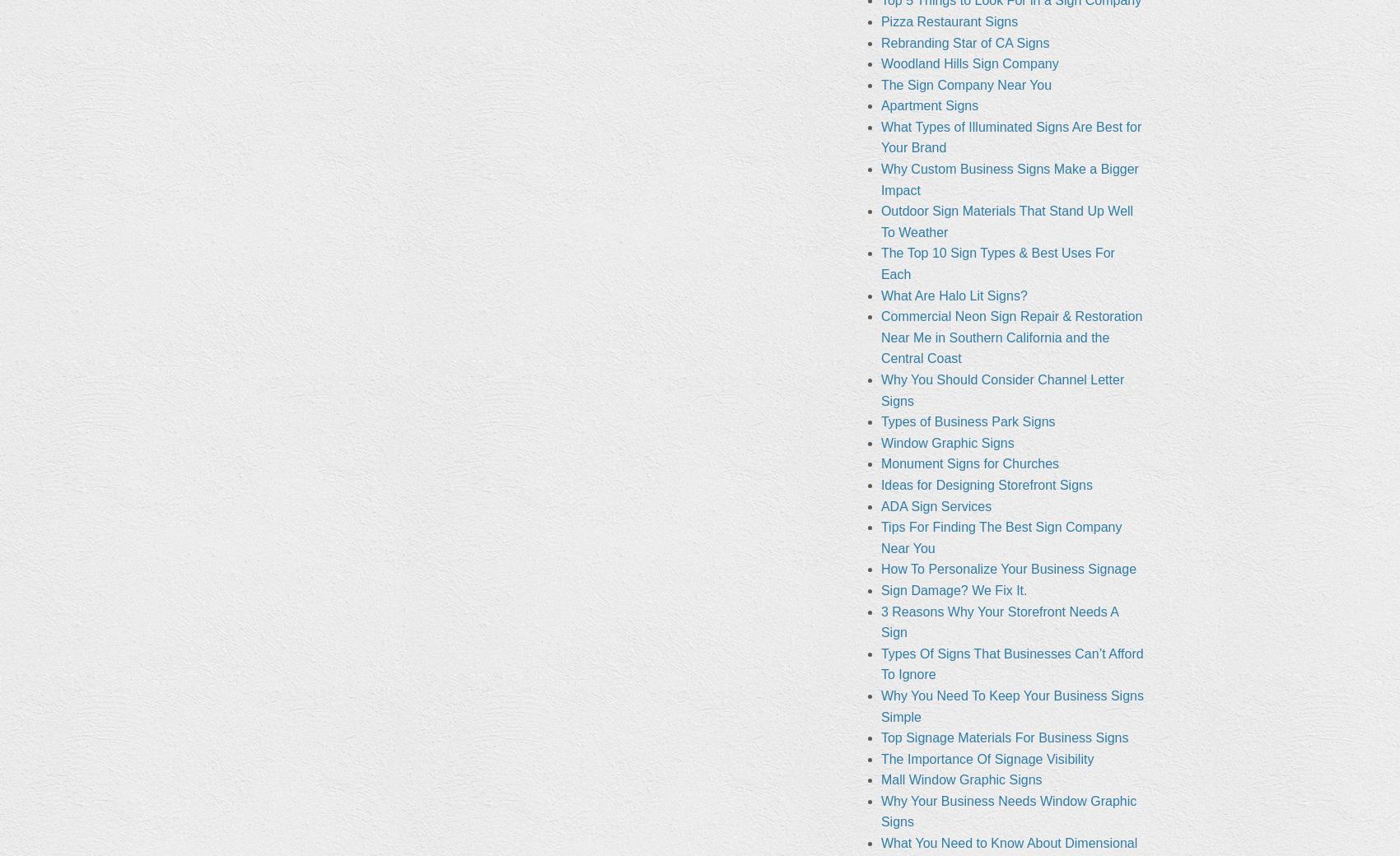  Describe the element at coordinates (968, 63) in the screenshot. I see `'Woodland Hills Sign Company'` at that location.